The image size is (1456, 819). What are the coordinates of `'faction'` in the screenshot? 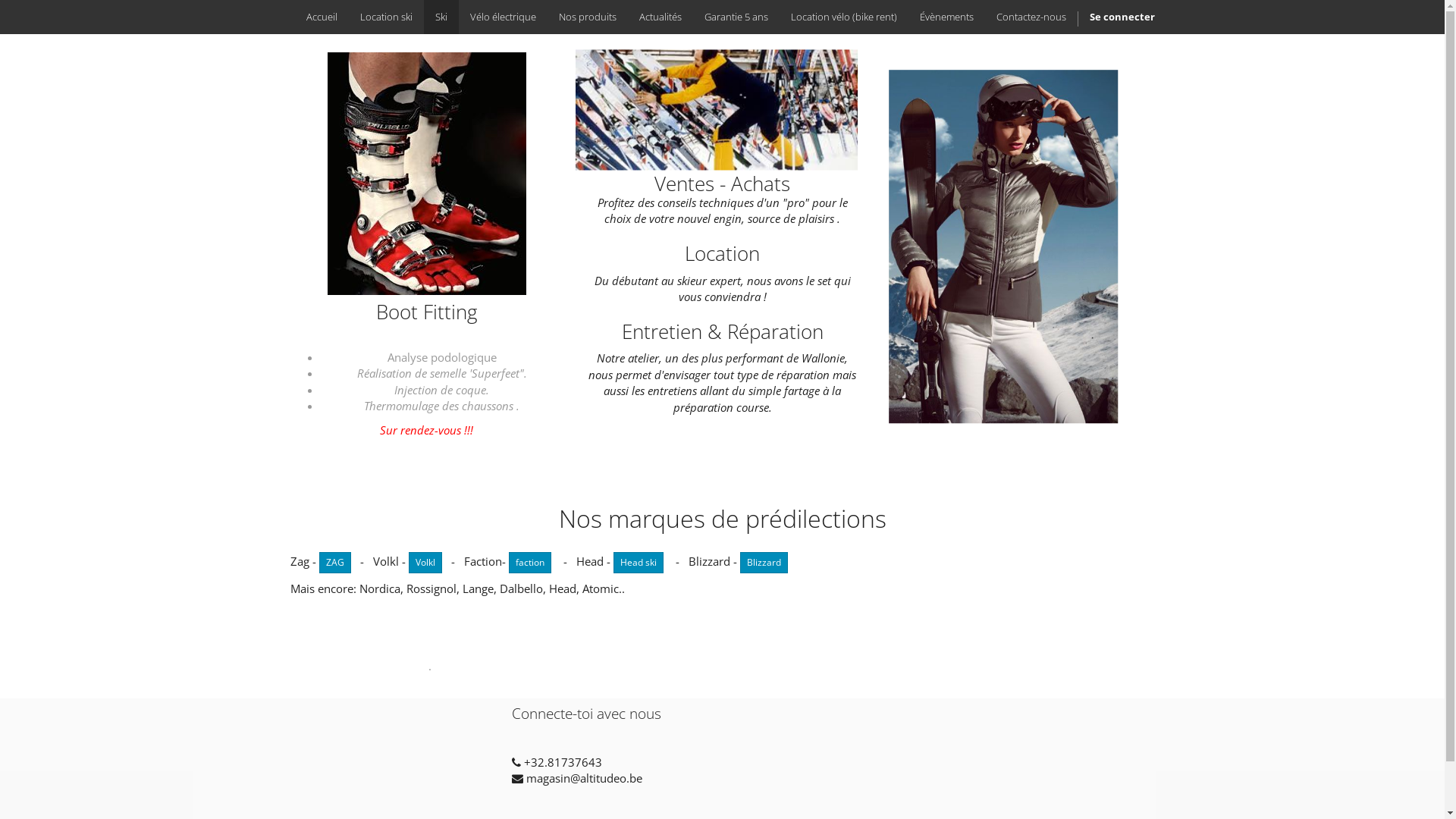 It's located at (529, 562).